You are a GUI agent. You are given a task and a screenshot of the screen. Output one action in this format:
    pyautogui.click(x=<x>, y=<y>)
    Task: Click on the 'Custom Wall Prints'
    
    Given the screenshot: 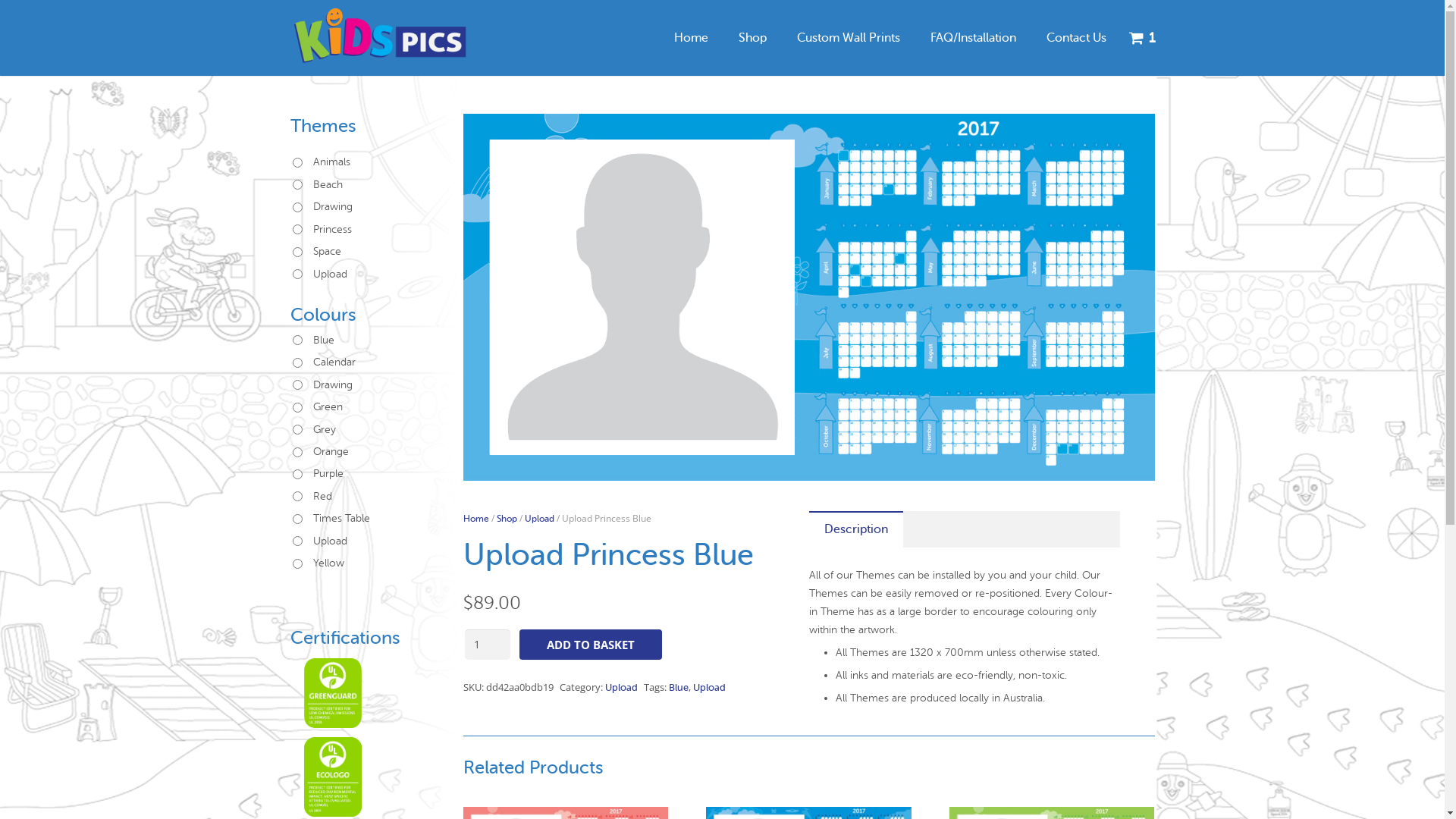 What is the action you would take?
    pyautogui.click(x=847, y=37)
    